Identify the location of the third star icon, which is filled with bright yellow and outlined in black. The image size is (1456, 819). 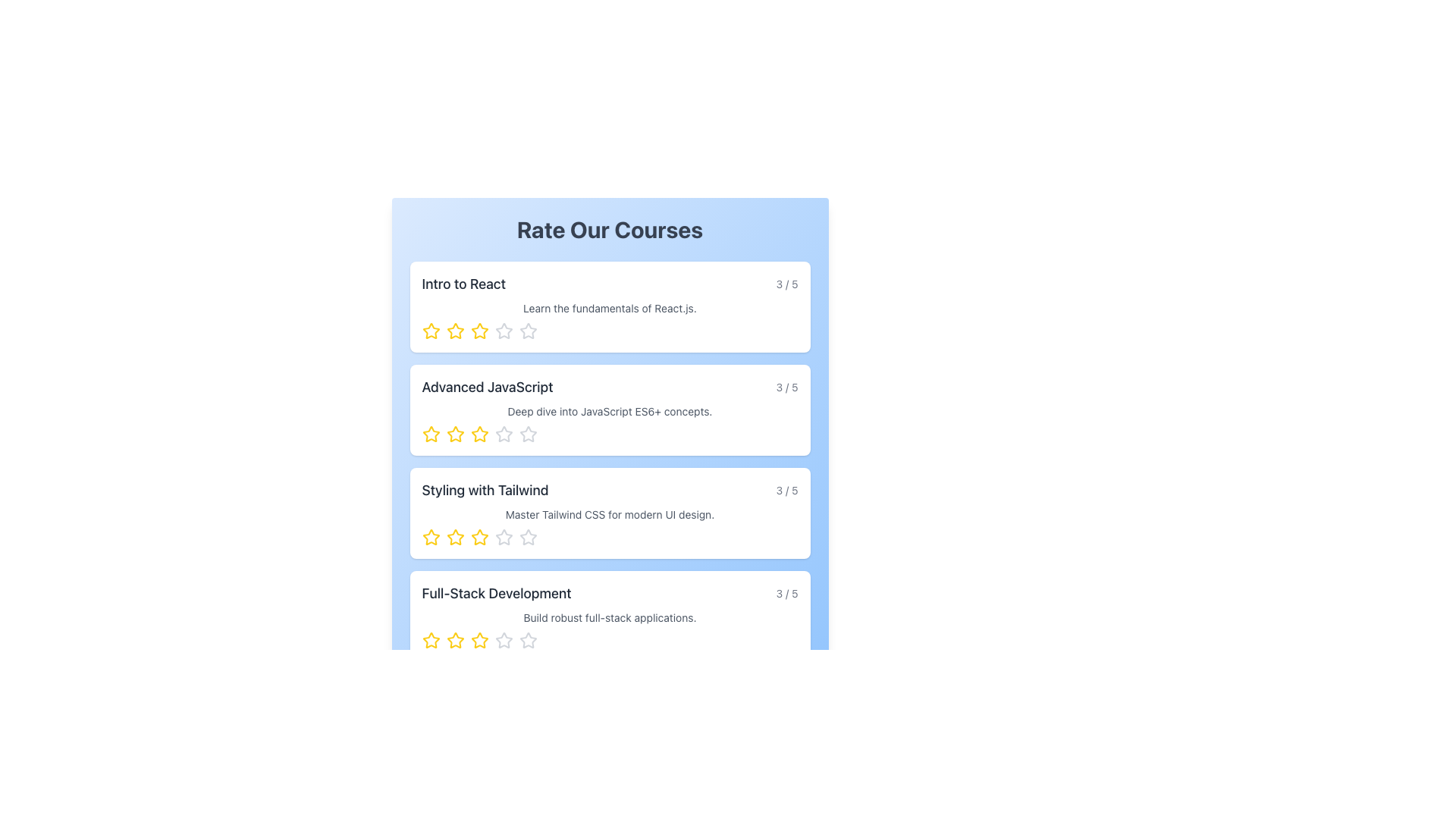
(479, 536).